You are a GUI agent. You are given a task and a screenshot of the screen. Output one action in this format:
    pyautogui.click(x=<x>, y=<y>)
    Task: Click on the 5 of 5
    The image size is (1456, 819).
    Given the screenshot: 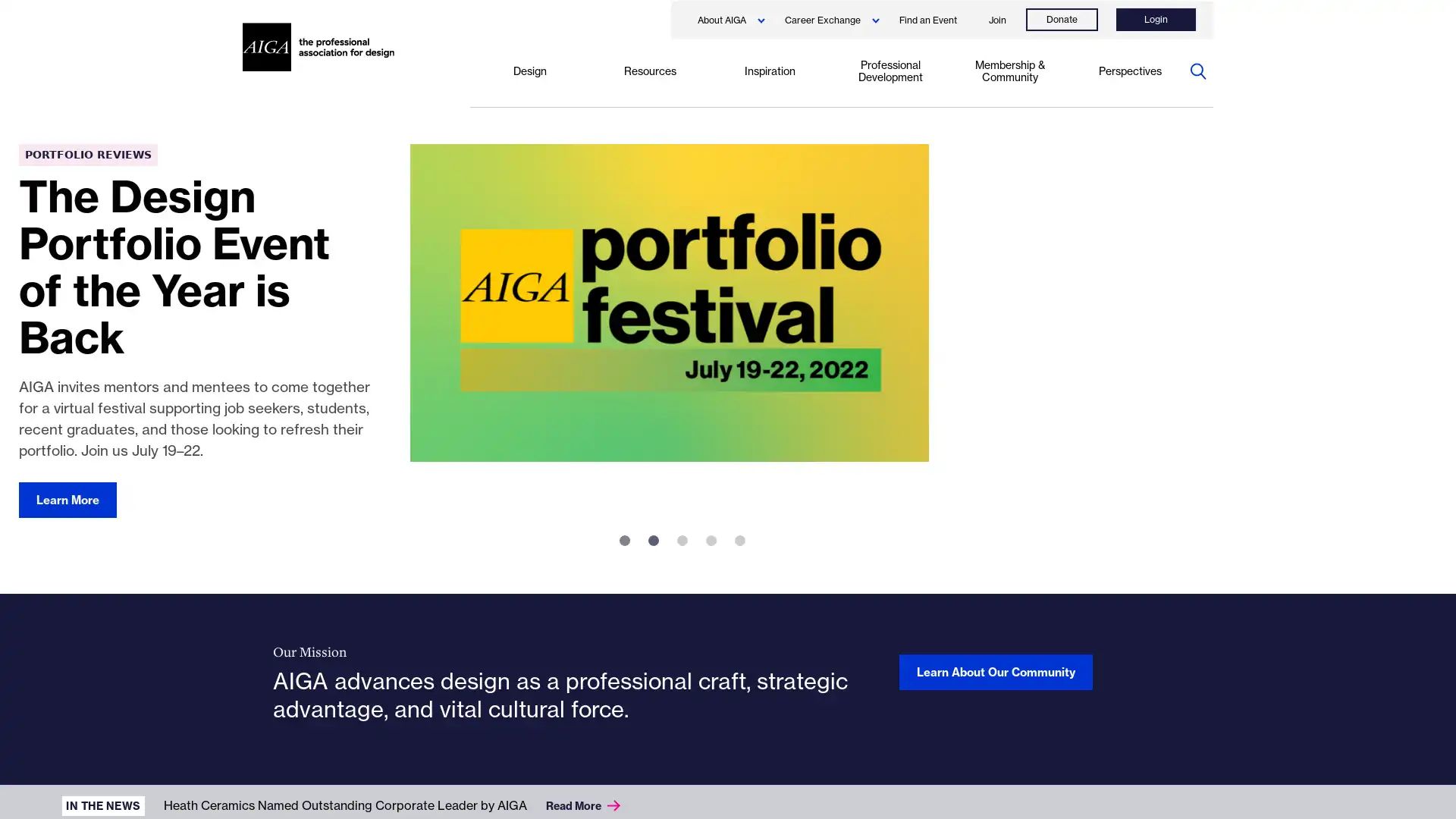 What is the action you would take?
    pyautogui.click(x=739, y=540)
    